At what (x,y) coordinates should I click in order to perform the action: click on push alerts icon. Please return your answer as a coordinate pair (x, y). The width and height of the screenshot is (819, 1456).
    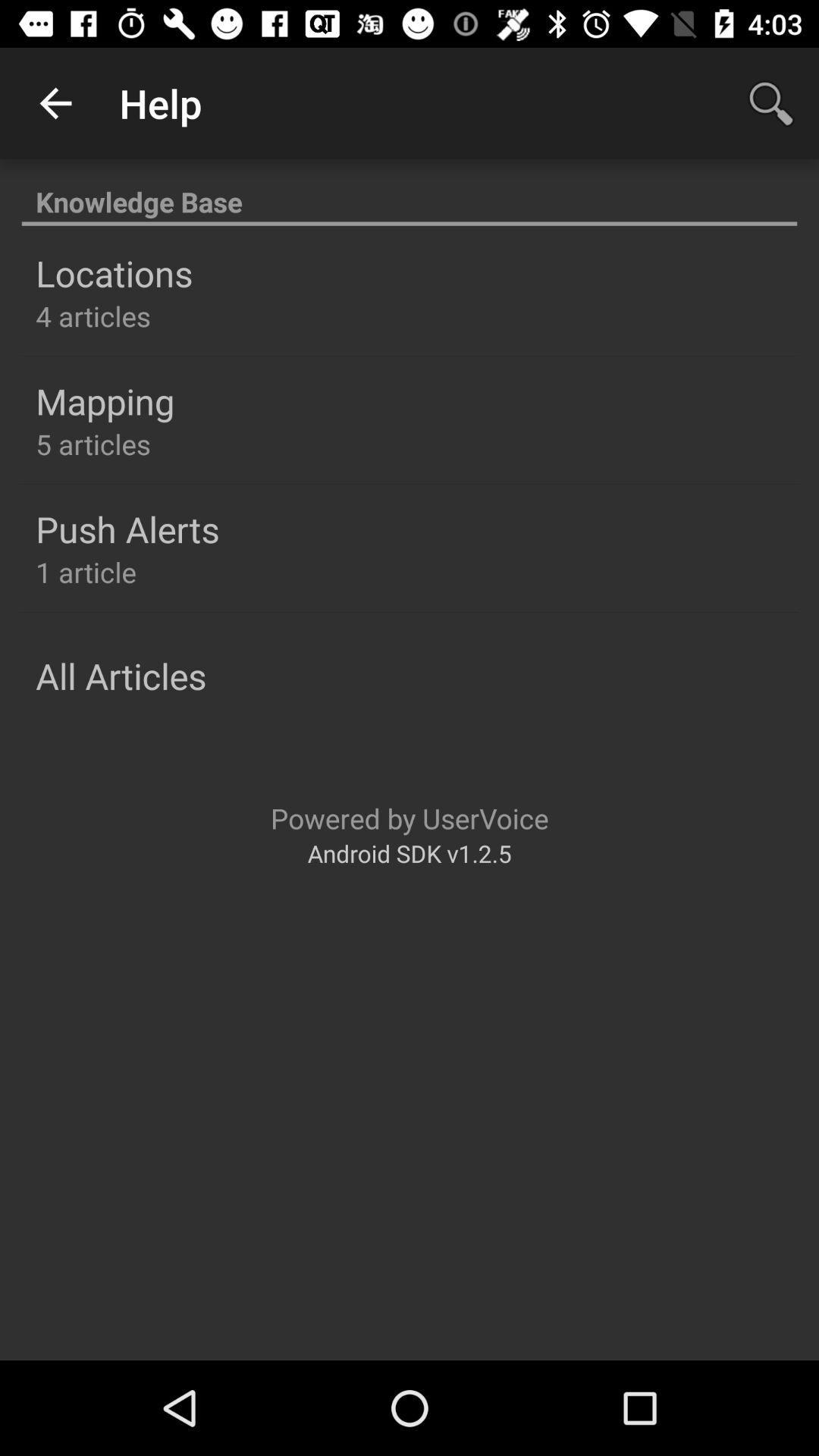
    Looking at the image, I should click on (127, 529).